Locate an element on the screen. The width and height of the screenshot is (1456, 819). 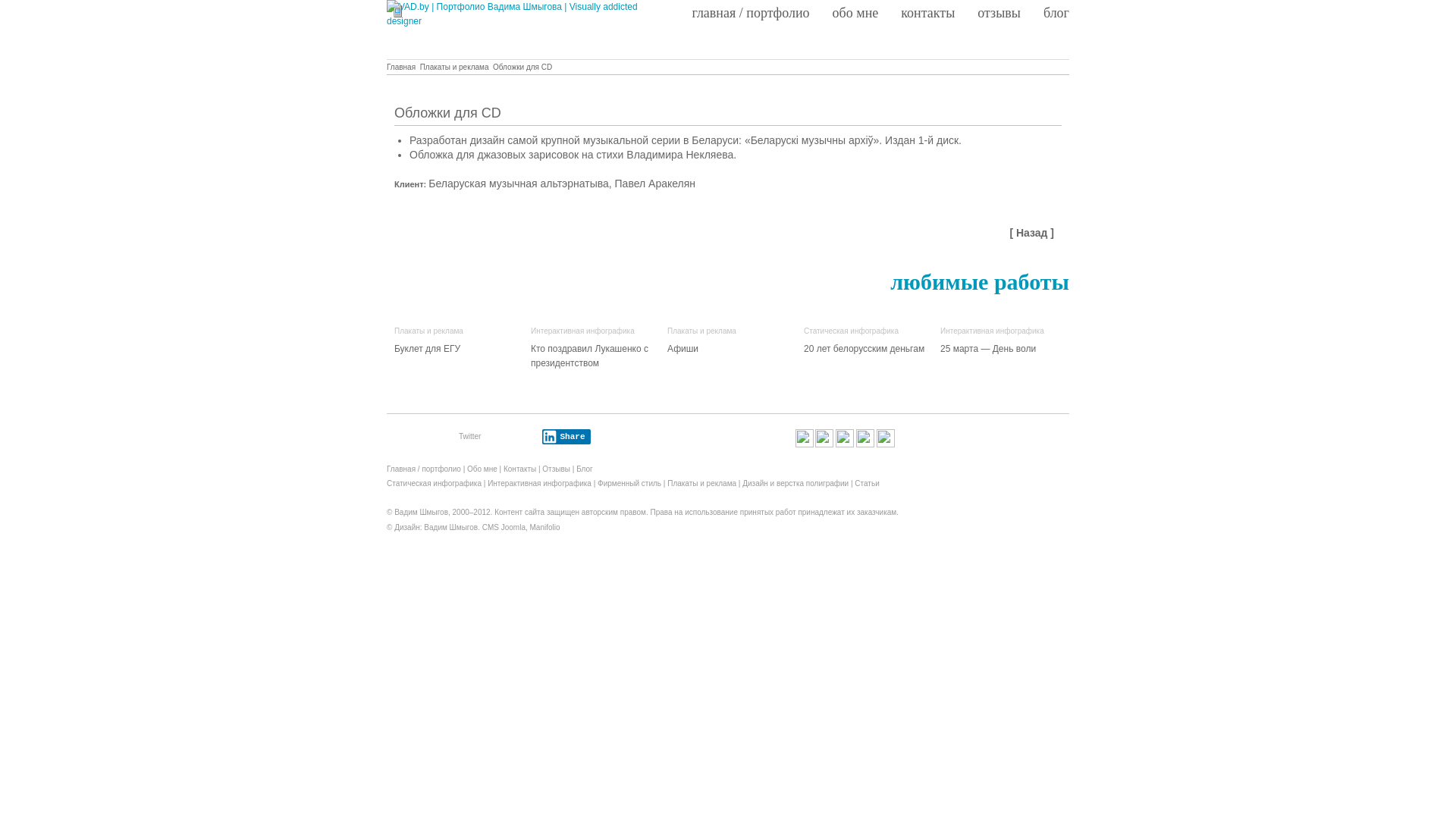
'Share' is located at coordinates (542, 436).